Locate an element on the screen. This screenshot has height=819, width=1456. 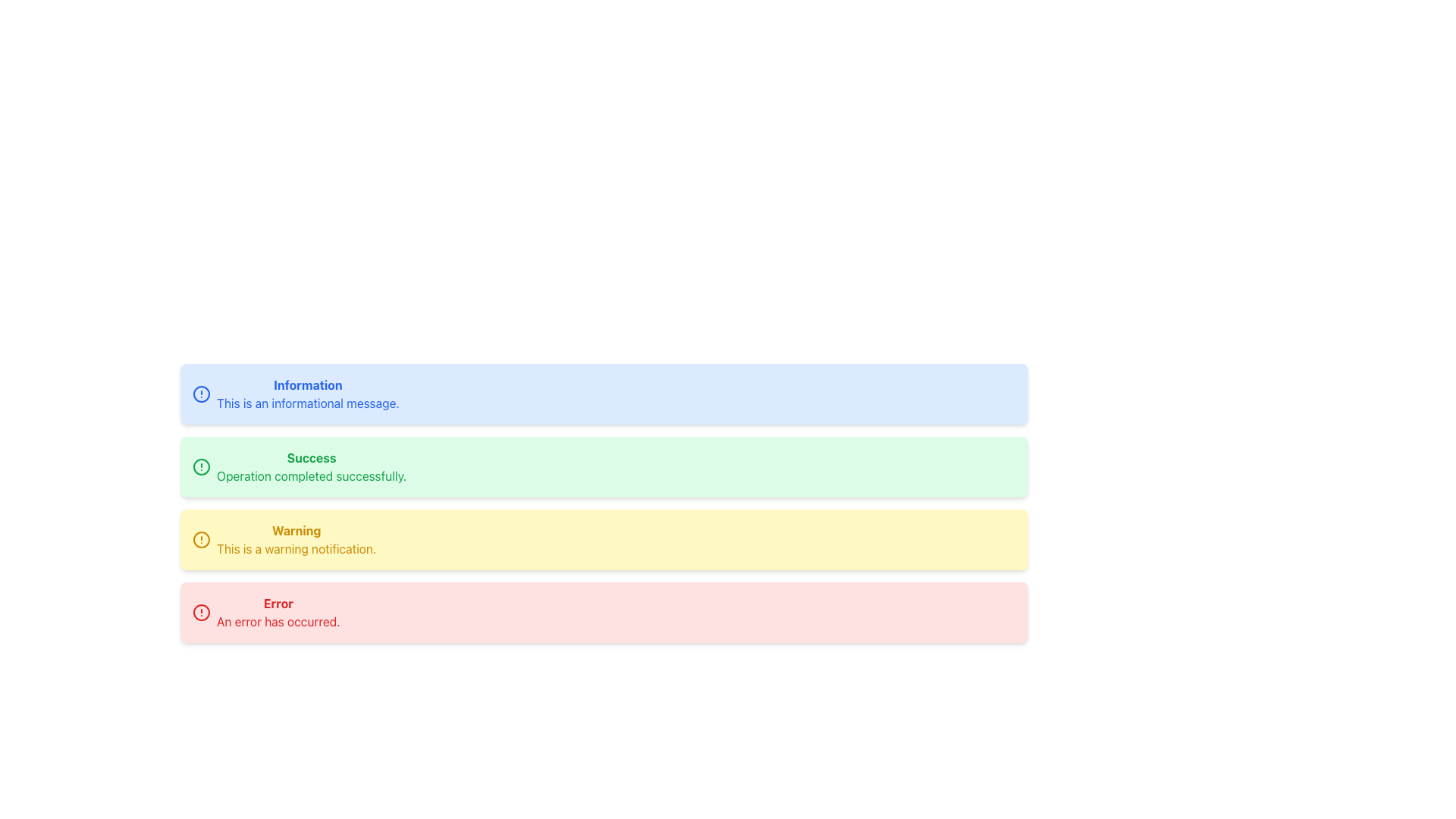
the bold green text label displaying 'Success' within the light green notification box, indicating a successful operation is located at coordinates (311, 457).